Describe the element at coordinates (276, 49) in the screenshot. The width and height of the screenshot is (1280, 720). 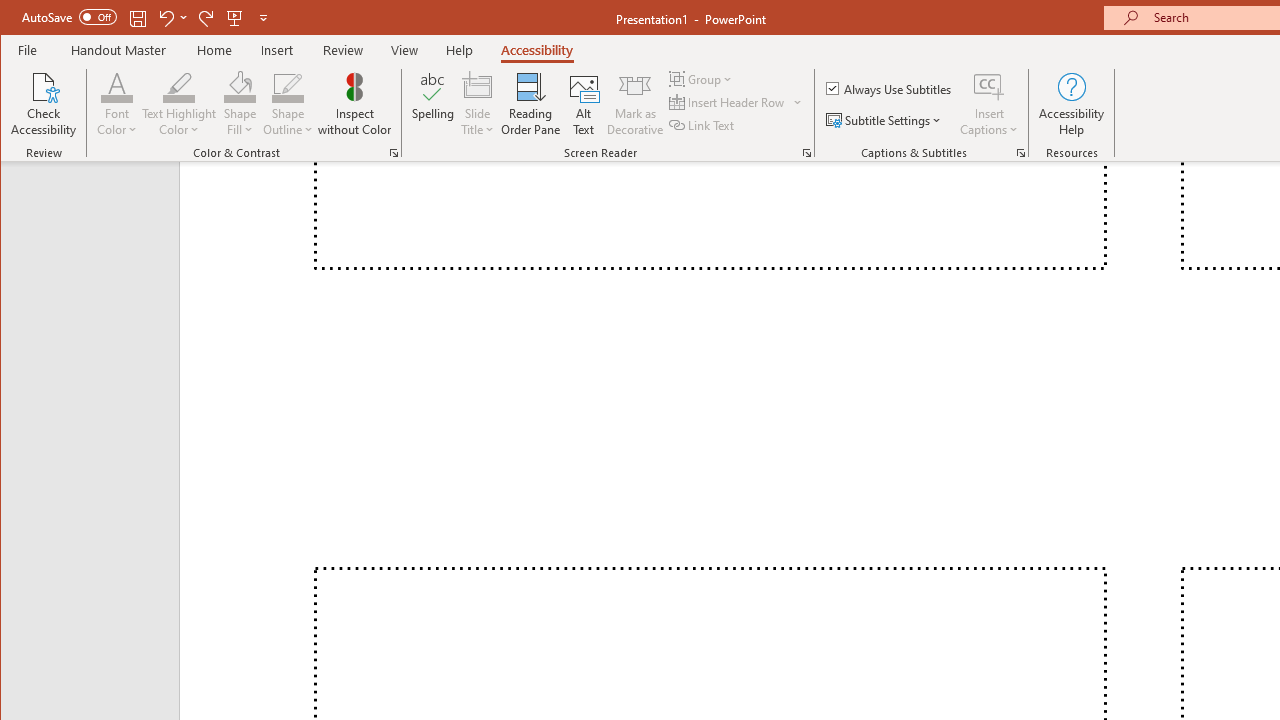
I see `'Insert'` at that location.